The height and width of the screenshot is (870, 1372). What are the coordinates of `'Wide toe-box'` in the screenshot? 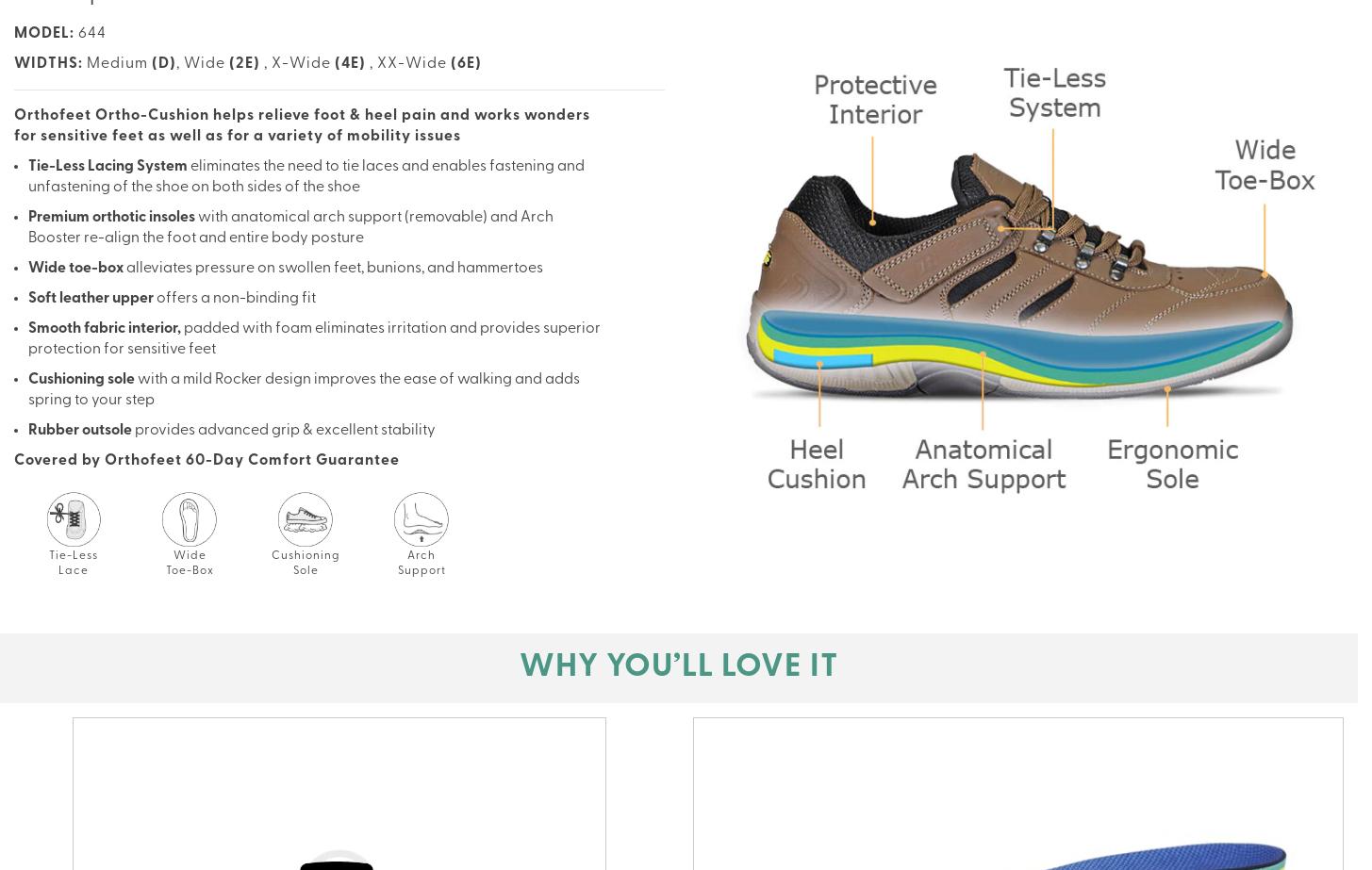 It's located at (27, 269).